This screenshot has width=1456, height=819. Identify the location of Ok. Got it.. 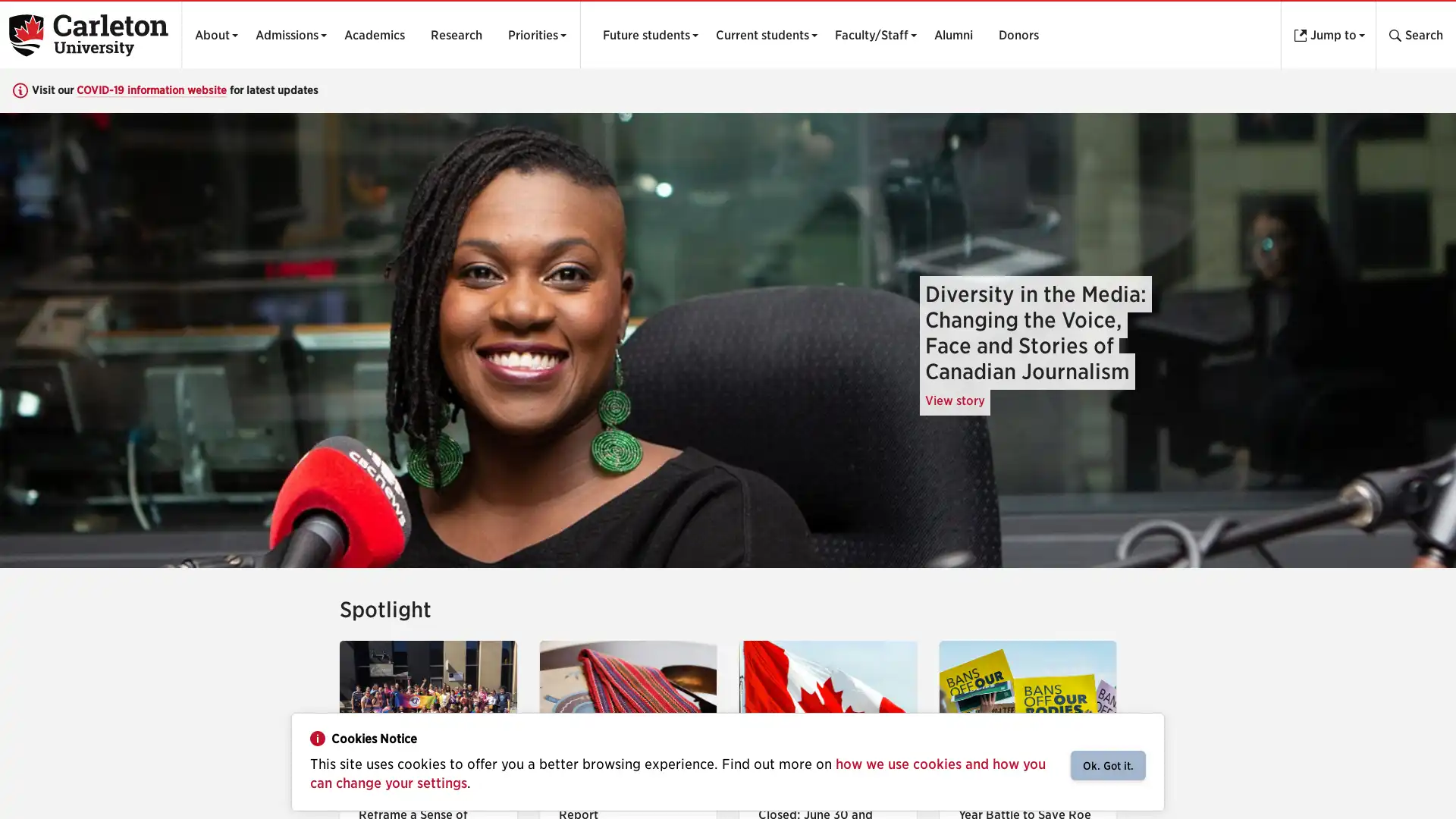
(1108, 765).